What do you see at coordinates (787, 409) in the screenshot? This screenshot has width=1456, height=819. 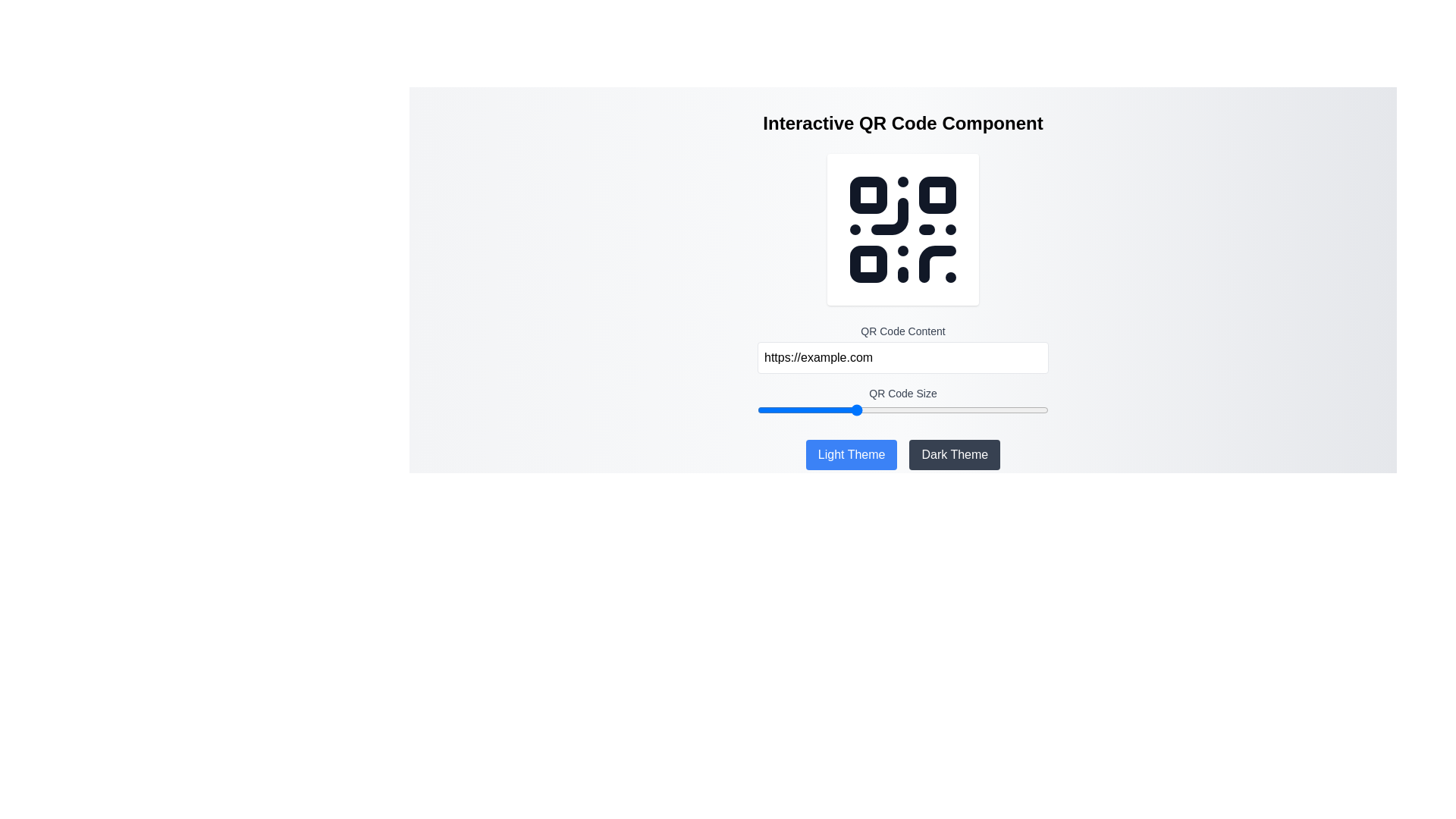 I see `the QR Code size` at bounding box center [787, 409].